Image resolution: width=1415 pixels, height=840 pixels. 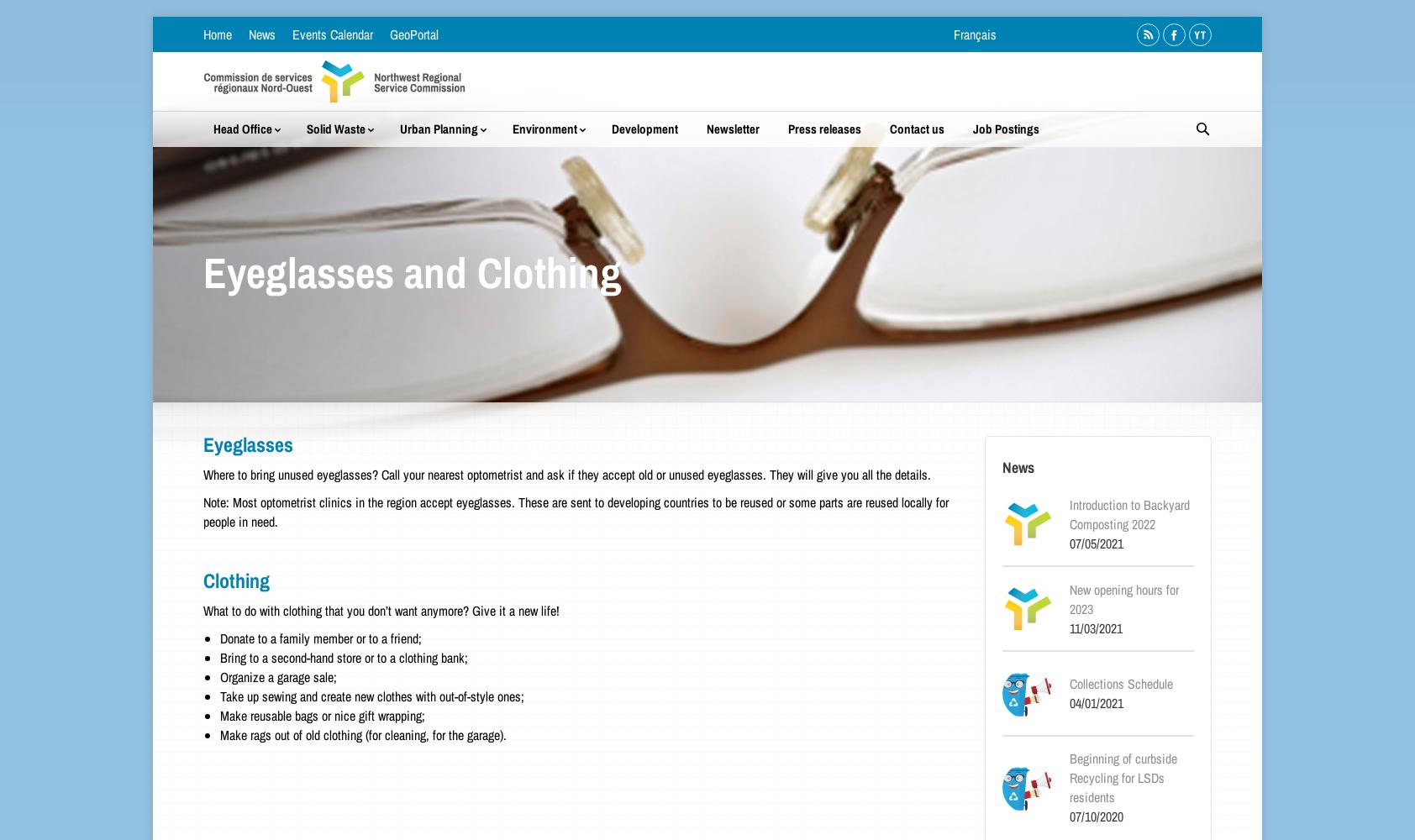 I want to click on 'Contact us', so click(x=916, y=129).